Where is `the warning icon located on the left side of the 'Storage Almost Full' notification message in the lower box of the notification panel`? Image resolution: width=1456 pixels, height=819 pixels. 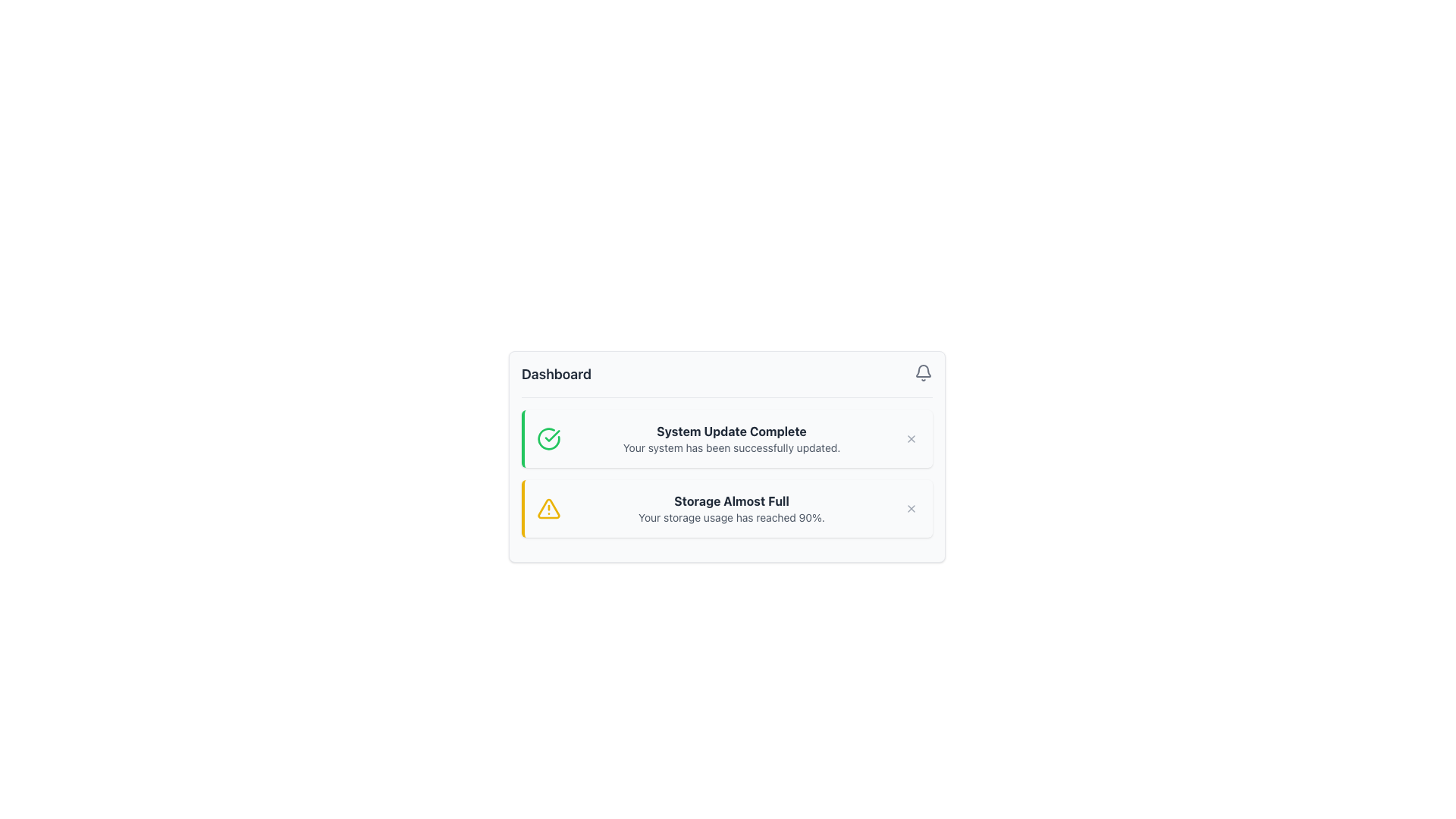 the warning icon located on the left side of the 'Storage Almost Full' notification message in the lower box of the notification panel is located at coordinates (548, 509).